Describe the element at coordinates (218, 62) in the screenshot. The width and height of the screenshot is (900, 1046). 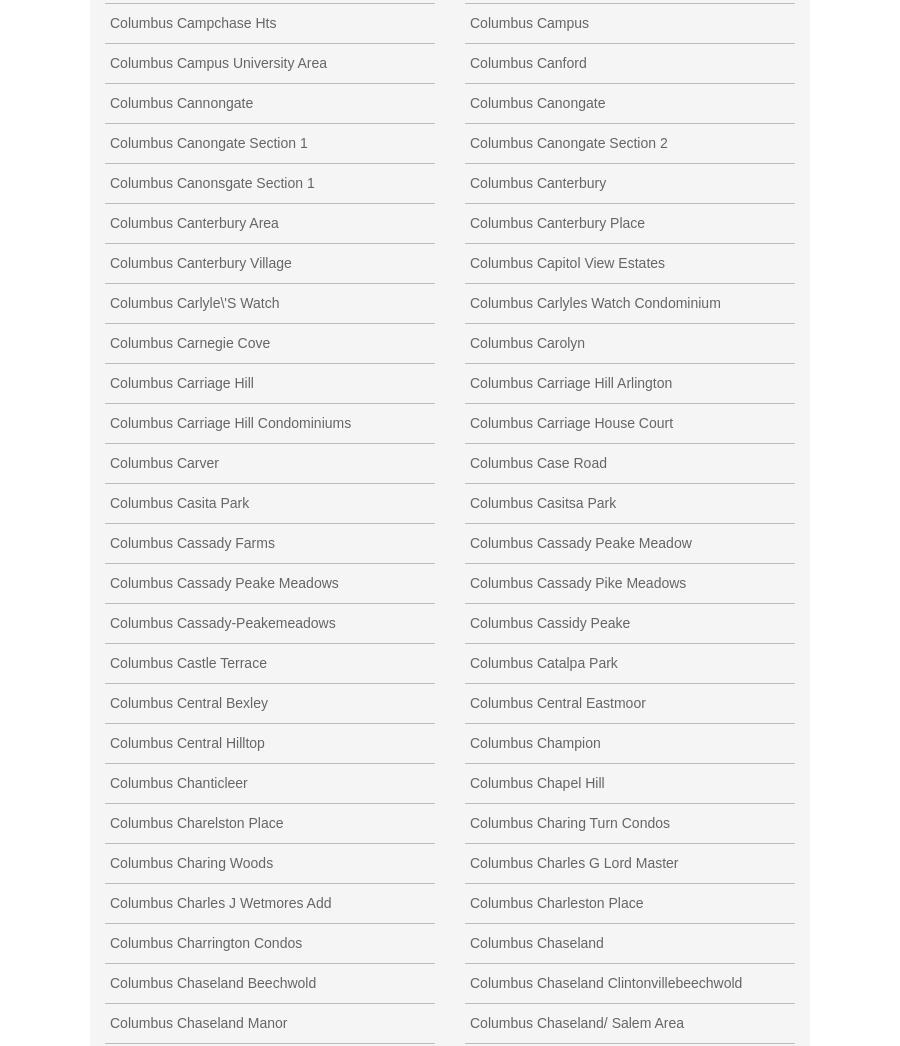
I see `'Columbus Campus University Area'` at that location.